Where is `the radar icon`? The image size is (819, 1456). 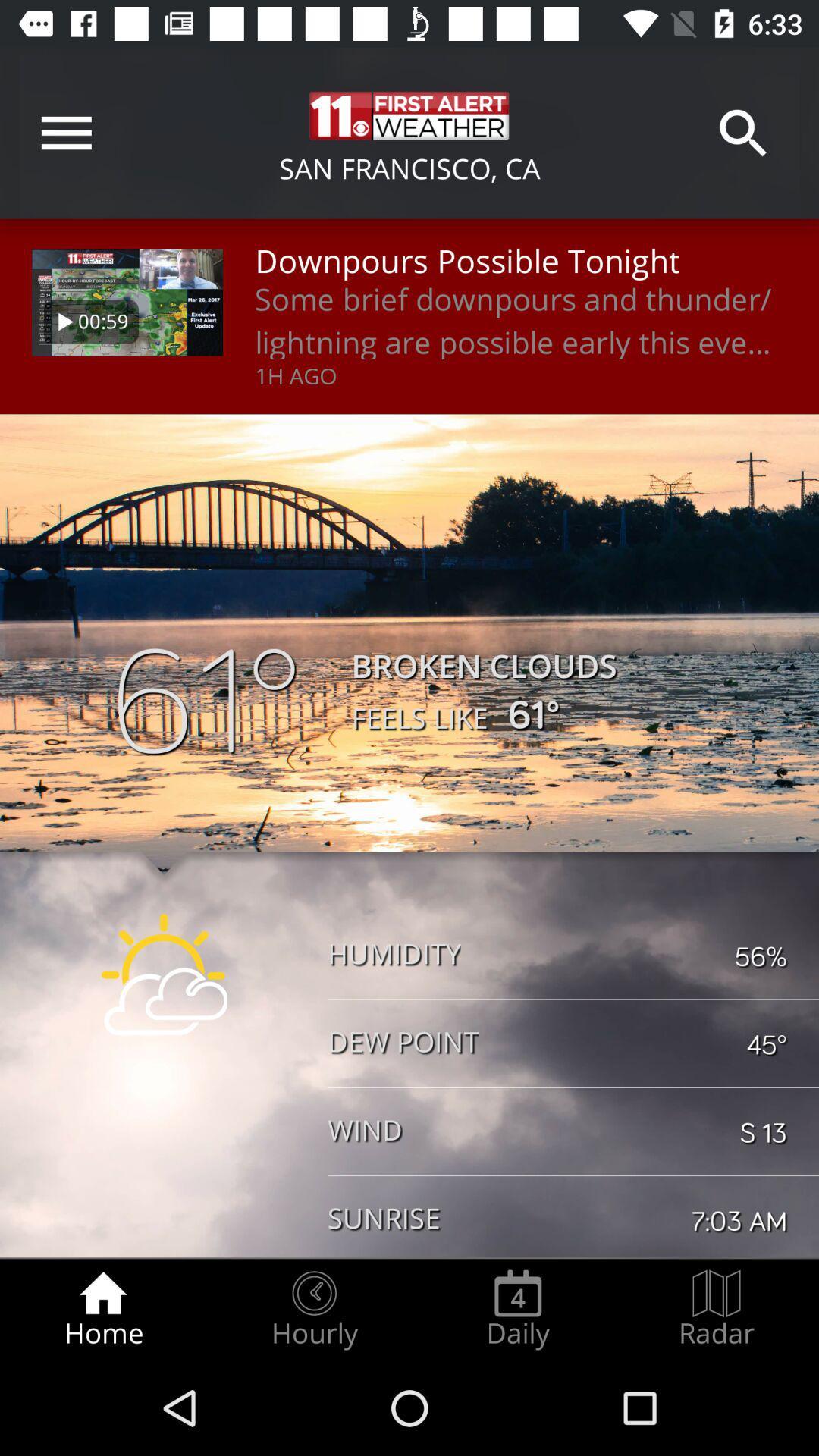 the radar icon is located at coordinates (717, 1309).